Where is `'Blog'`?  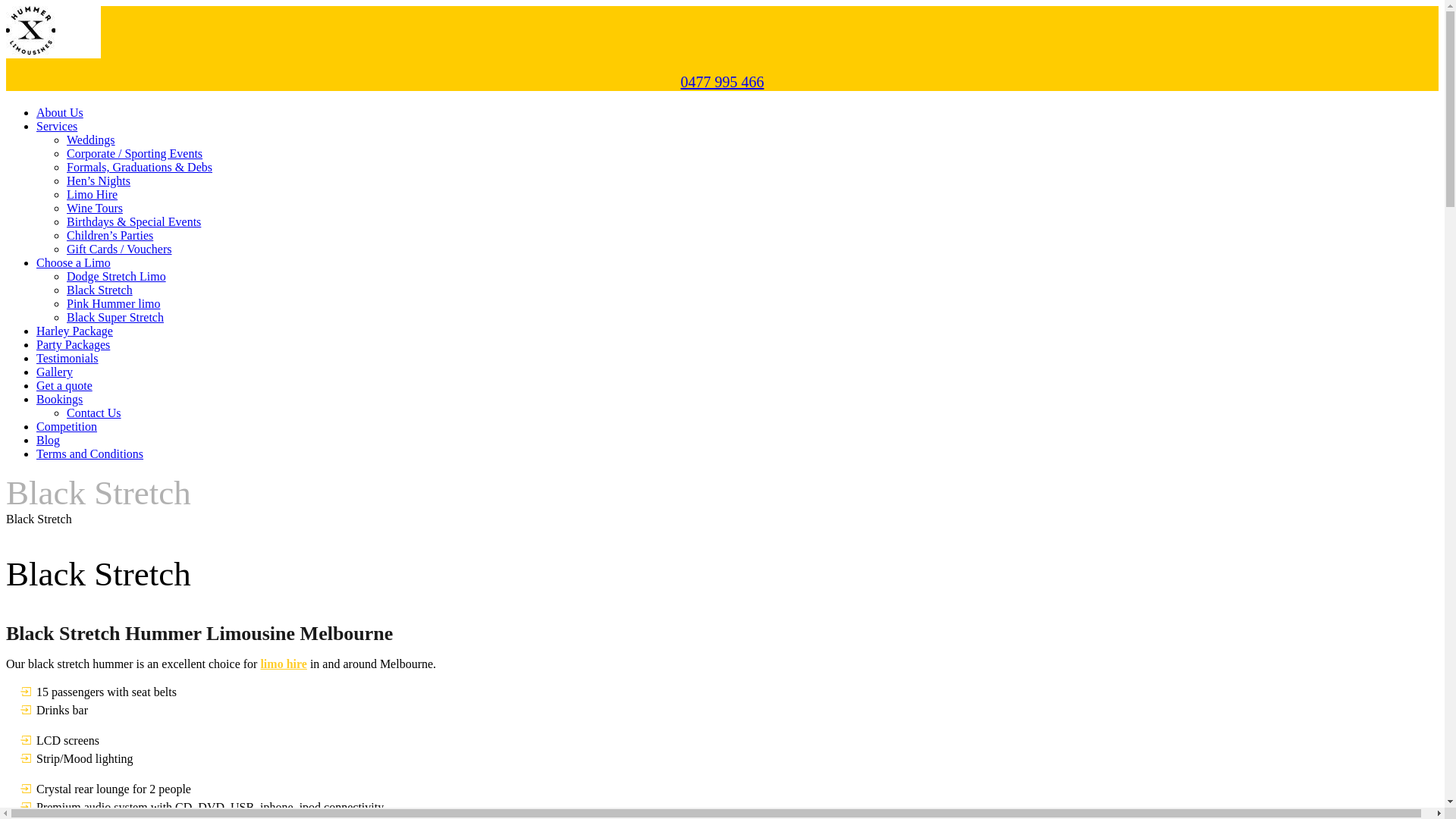
'Blog' is located at coordinates (48, 440).